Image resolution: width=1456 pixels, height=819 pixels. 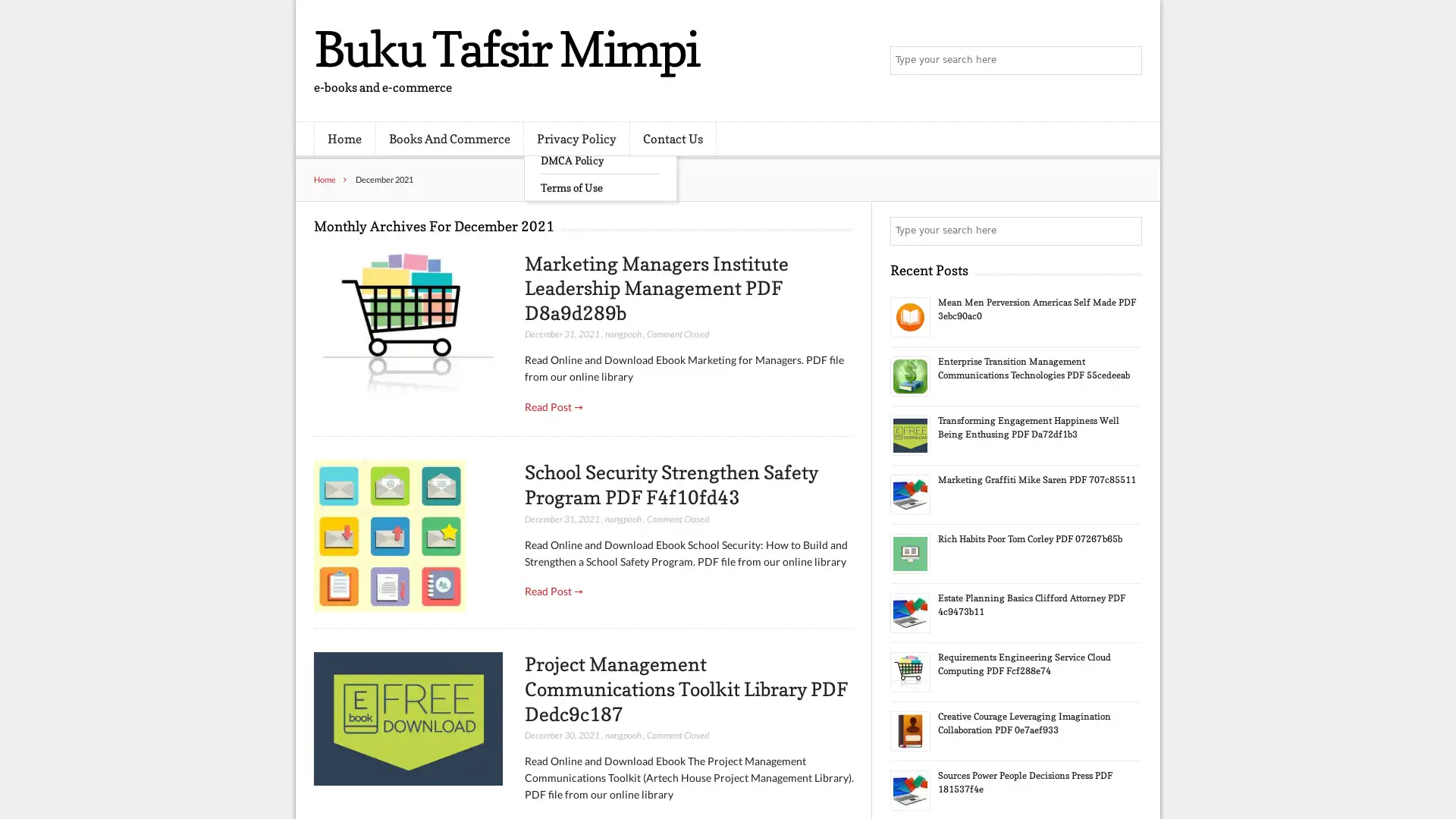 I want to click on Search, so click(x=1126, y=231).